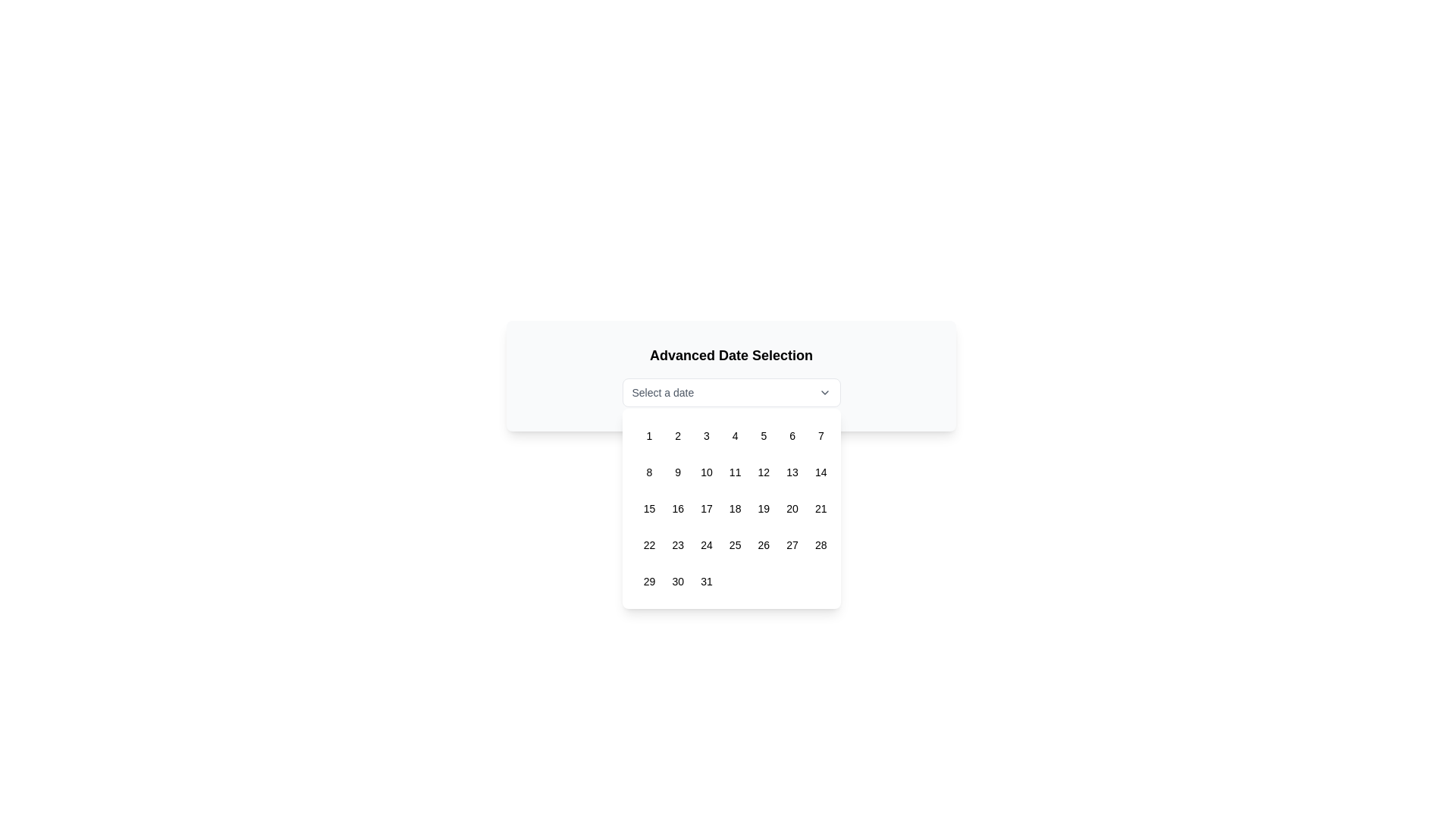 The image size is (1456, 819). Describe the element at coordinates (663, 391) in the screenshot. I see `the text label displaying 'Select a date', which is located within the dropdown component under the heading 'Advanced Date Selection'` at that location.